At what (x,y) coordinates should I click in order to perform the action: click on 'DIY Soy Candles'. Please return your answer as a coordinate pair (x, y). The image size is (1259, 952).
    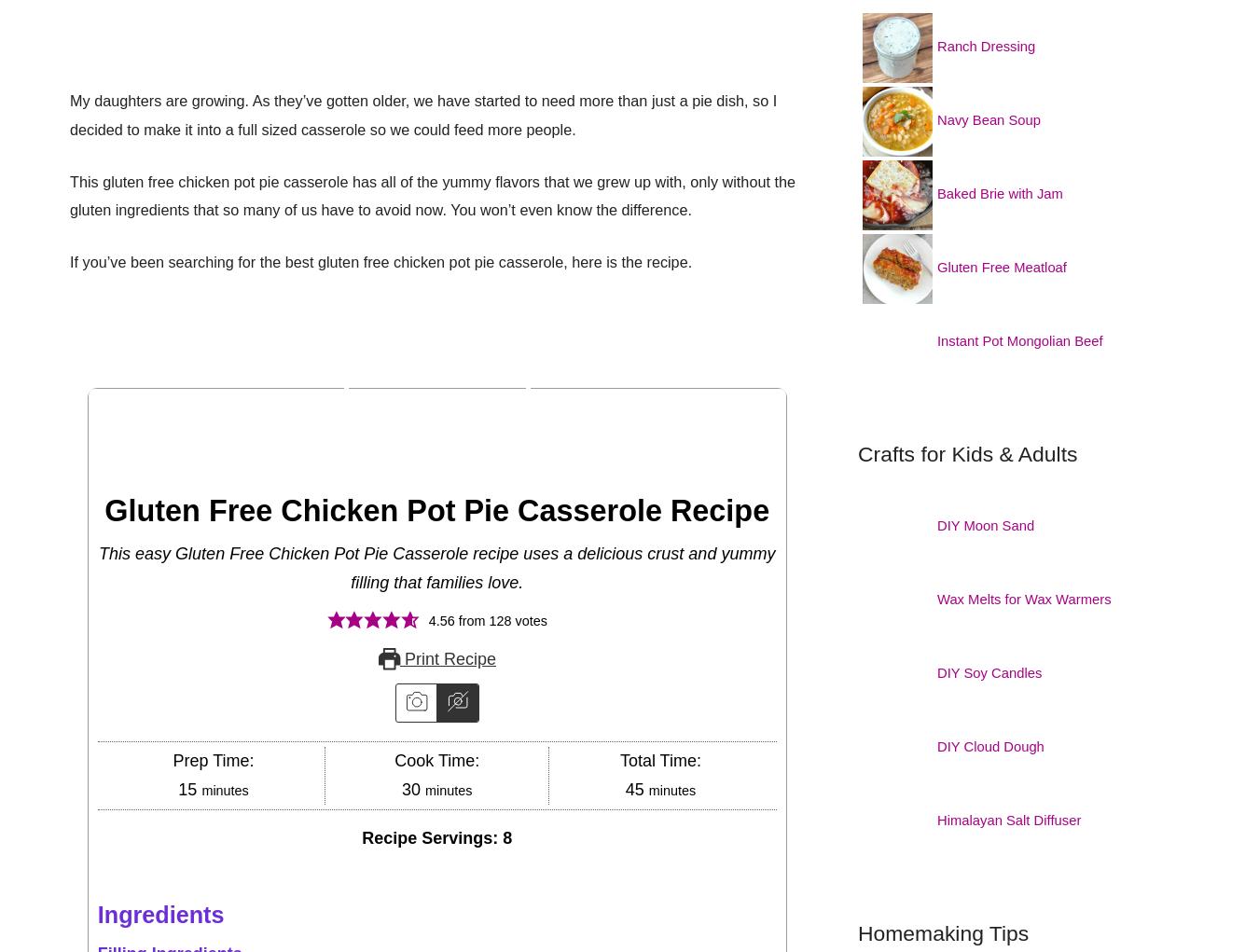
    Looking at the image, I should click on (993, 671).